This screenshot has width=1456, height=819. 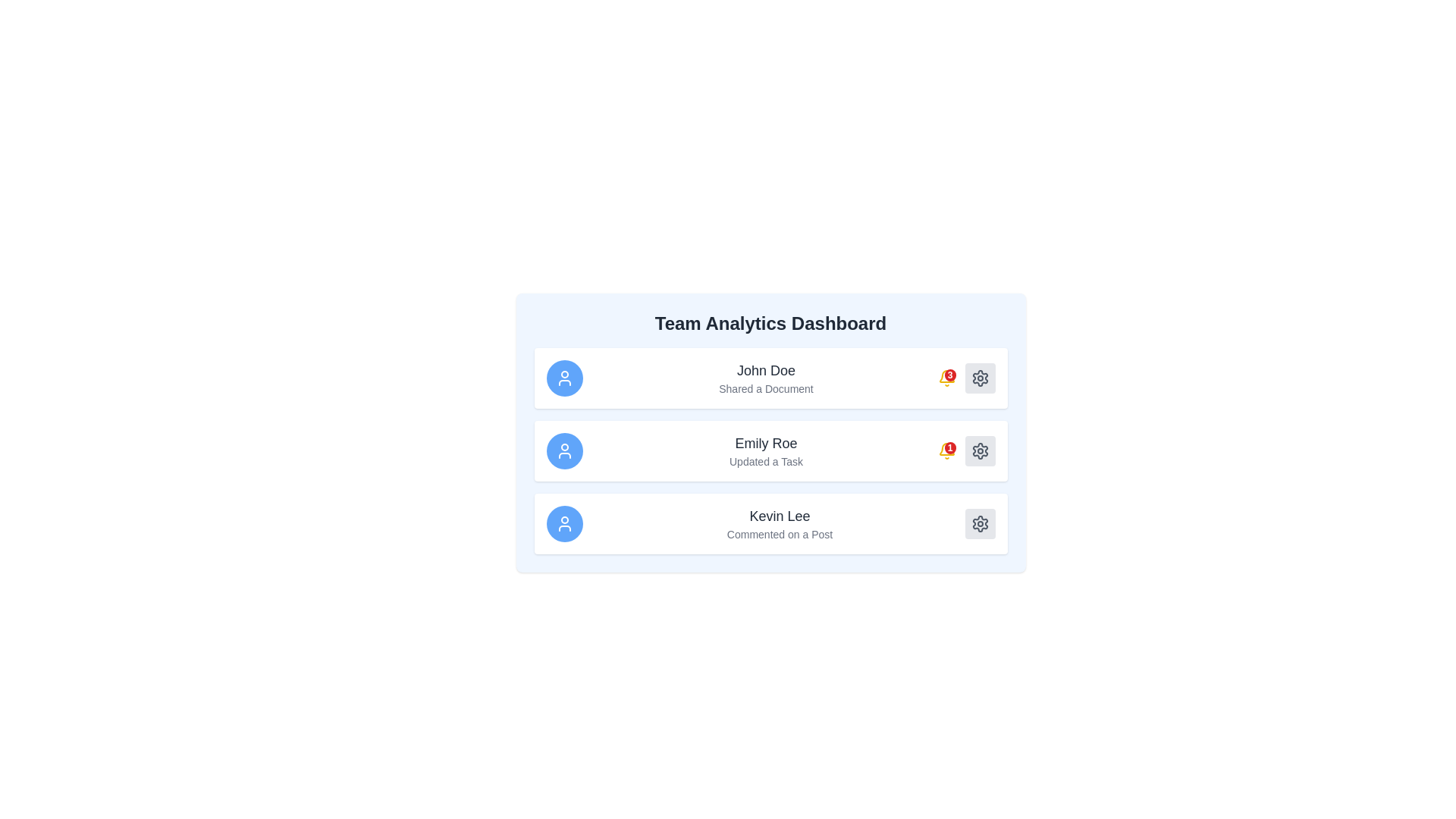 What do you see at coordinates (780, 522) in the screenshot?
I see `the notification list item that displays a comment from 'Kevin Lee' in the vertical list of notifications on the dashboard` at bounding box center [780, 522].